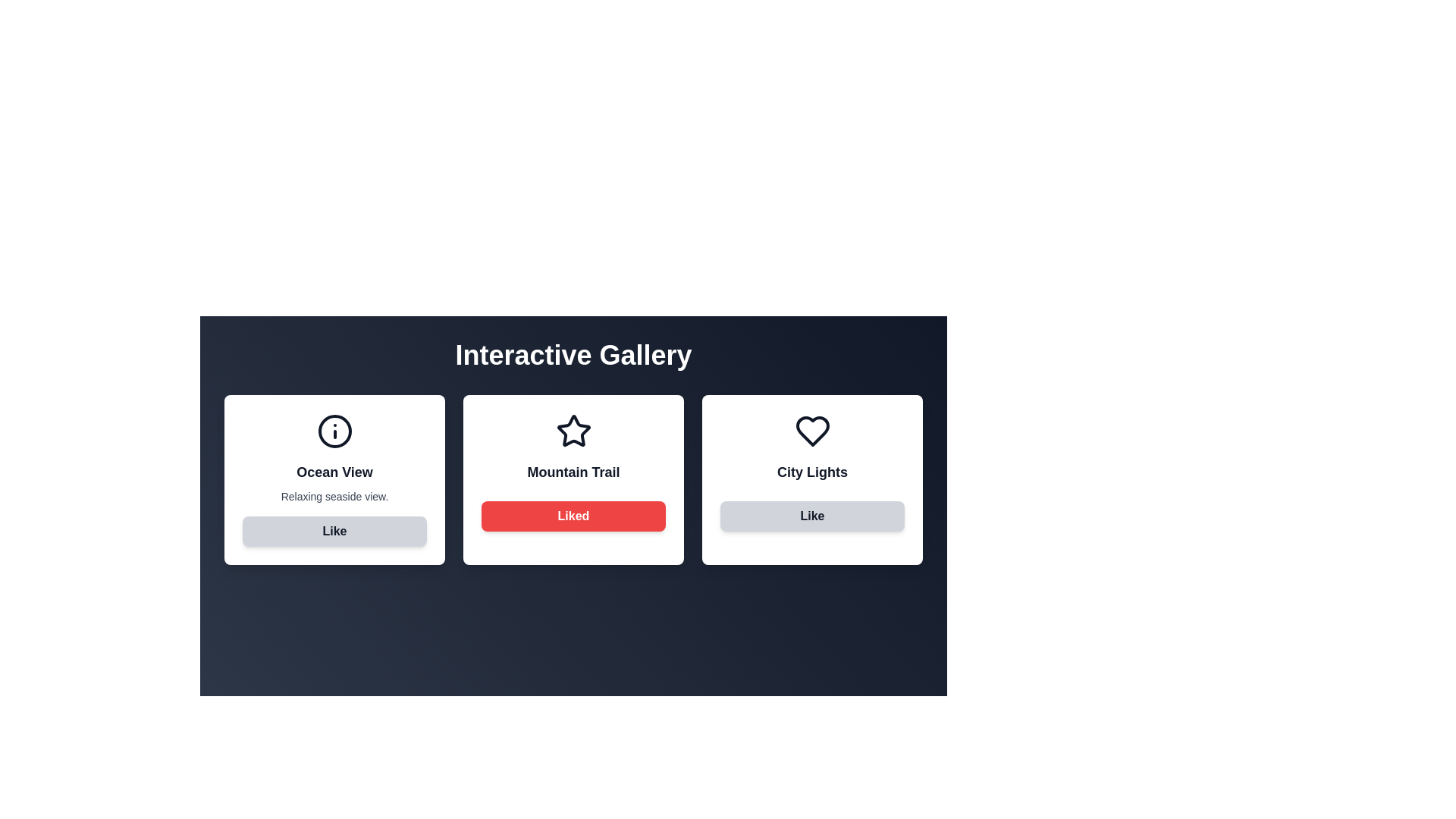  Describe the element at coordinates (811, 431) in the screenshot. I see `the heart icon located in the upper portion of the 'City Lights' card, which symbolizes a 'favorite' or 'like' function` at that location.